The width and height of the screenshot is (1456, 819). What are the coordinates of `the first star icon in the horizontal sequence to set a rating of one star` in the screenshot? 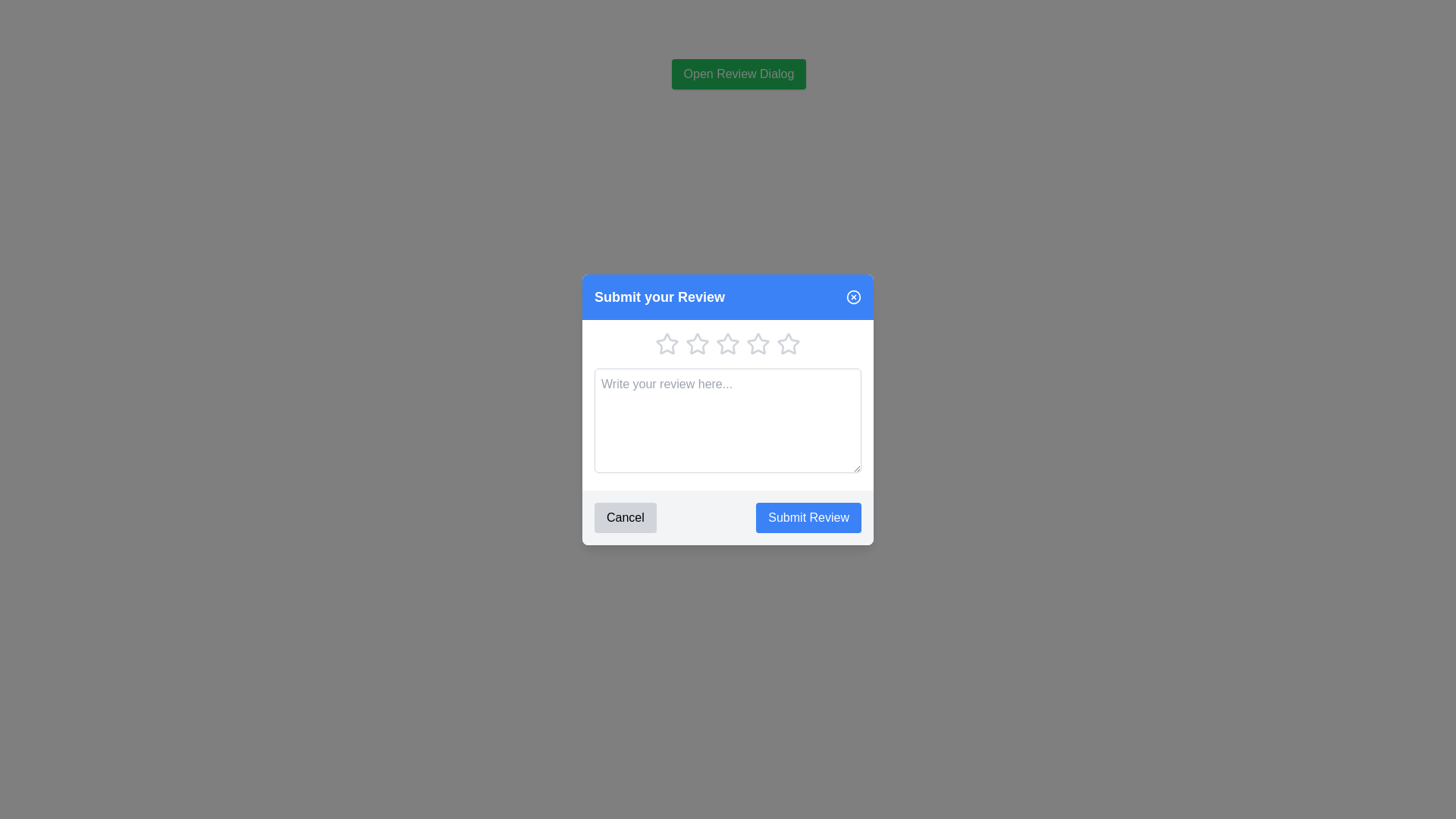 It's located at (667, 343).